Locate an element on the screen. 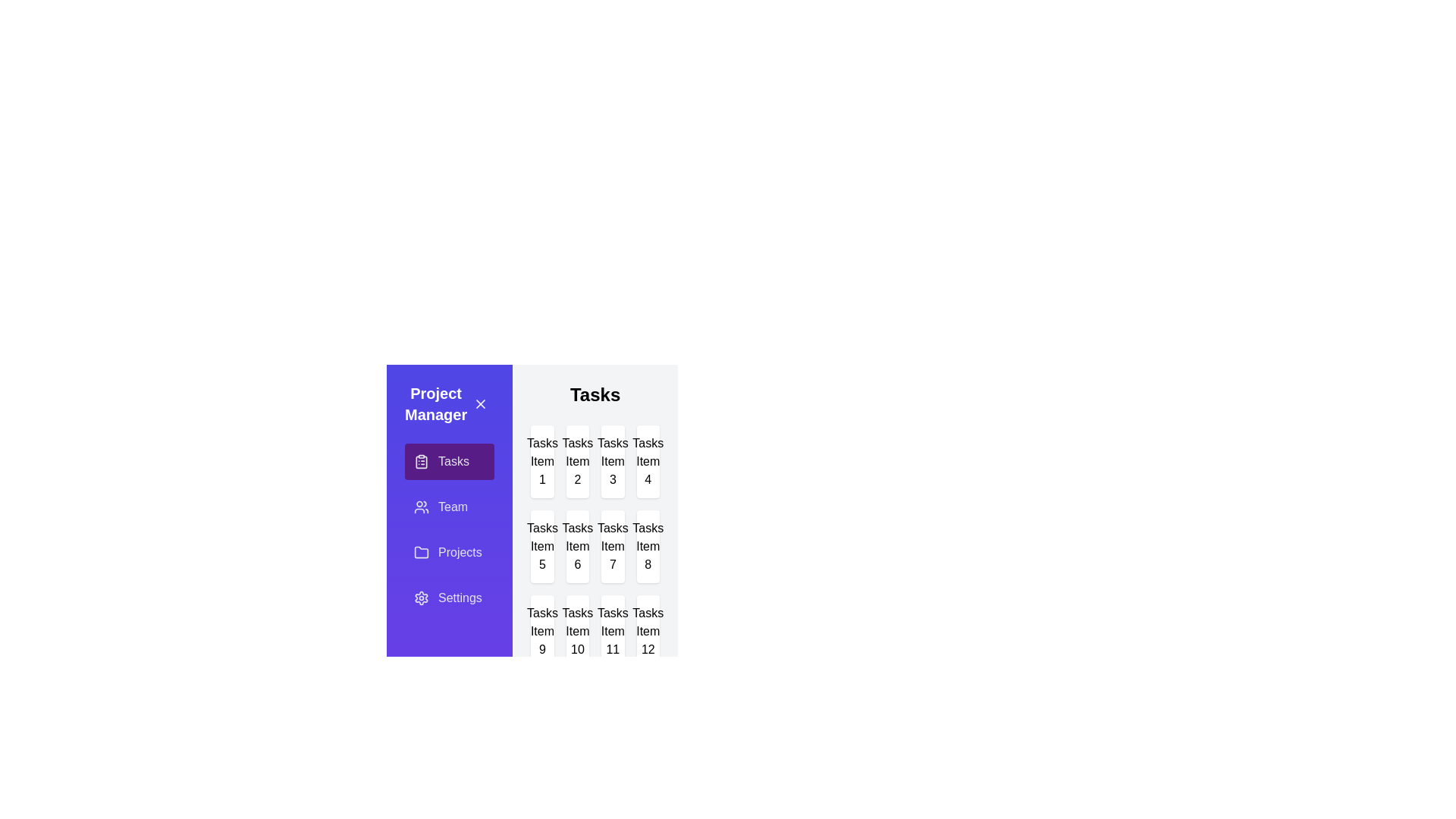  the Tasks tab by clicking on it is located at coordinates (449, 461).